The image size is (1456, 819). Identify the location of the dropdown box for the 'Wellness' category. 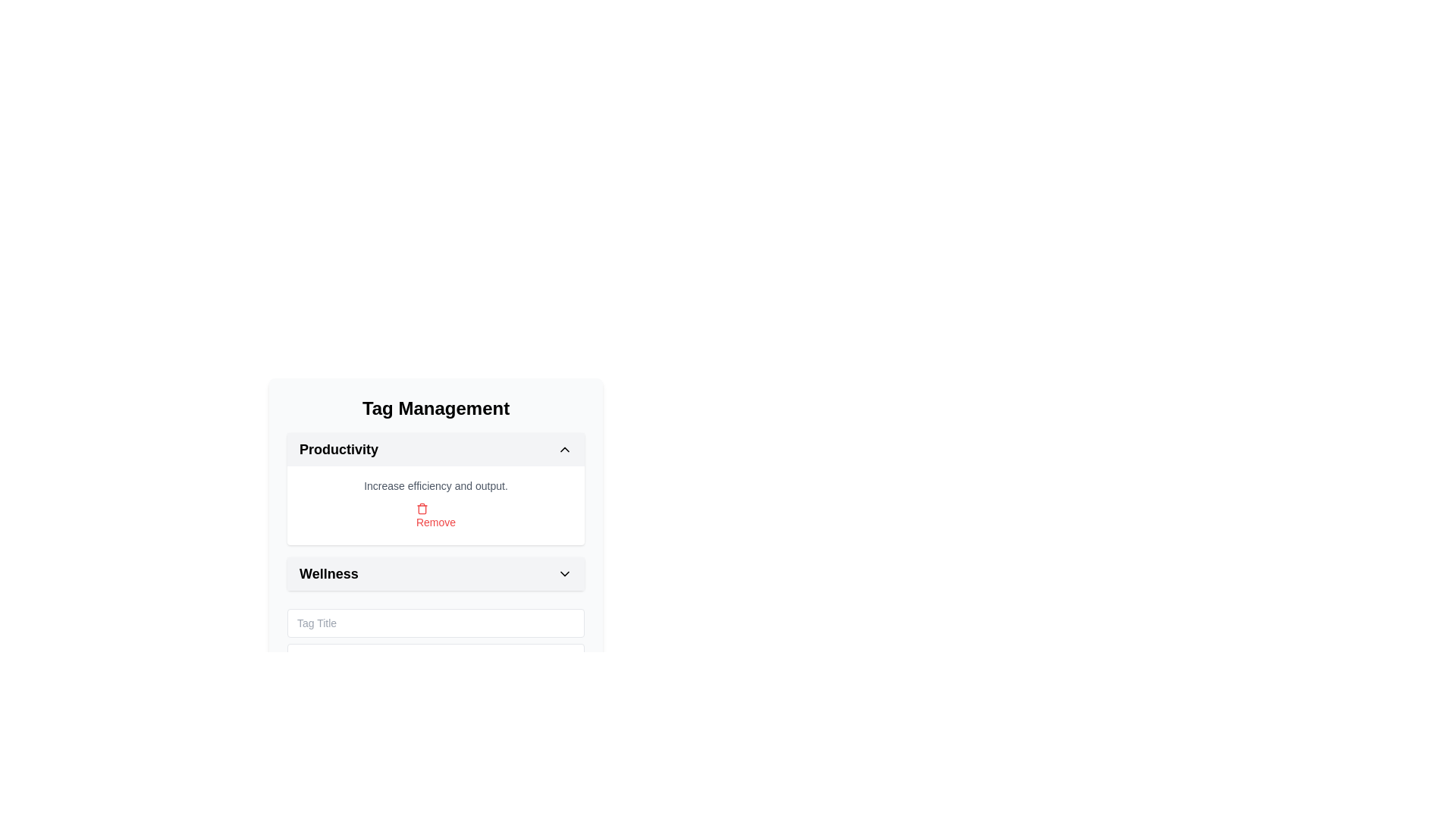
(435, 573).